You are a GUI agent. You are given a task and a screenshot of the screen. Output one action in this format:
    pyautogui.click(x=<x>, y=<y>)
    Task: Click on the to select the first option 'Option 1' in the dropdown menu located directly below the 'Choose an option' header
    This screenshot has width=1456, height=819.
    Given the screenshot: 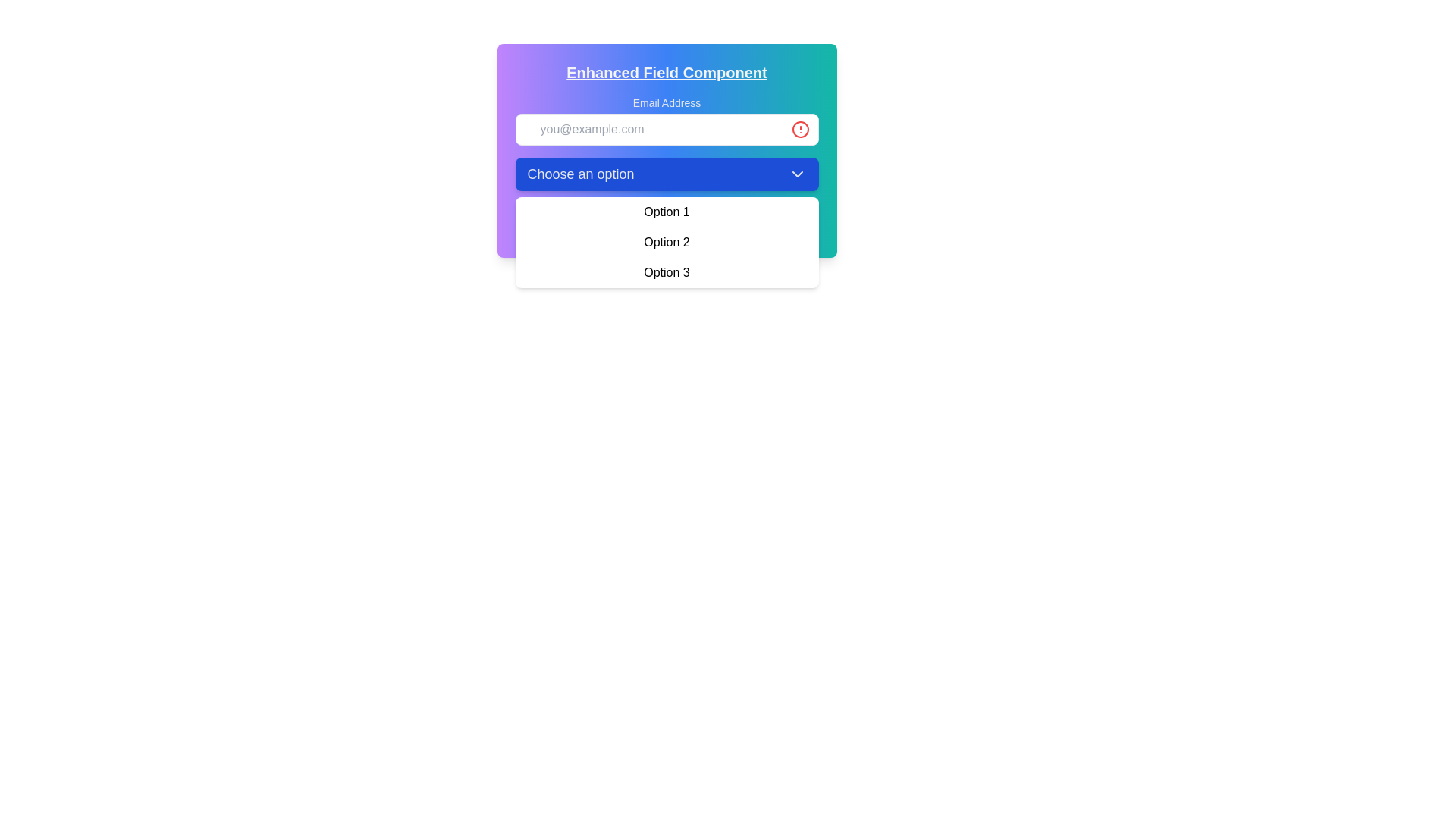 What is the action you would take?
    pyautogui.click(x=667, y=212)
    